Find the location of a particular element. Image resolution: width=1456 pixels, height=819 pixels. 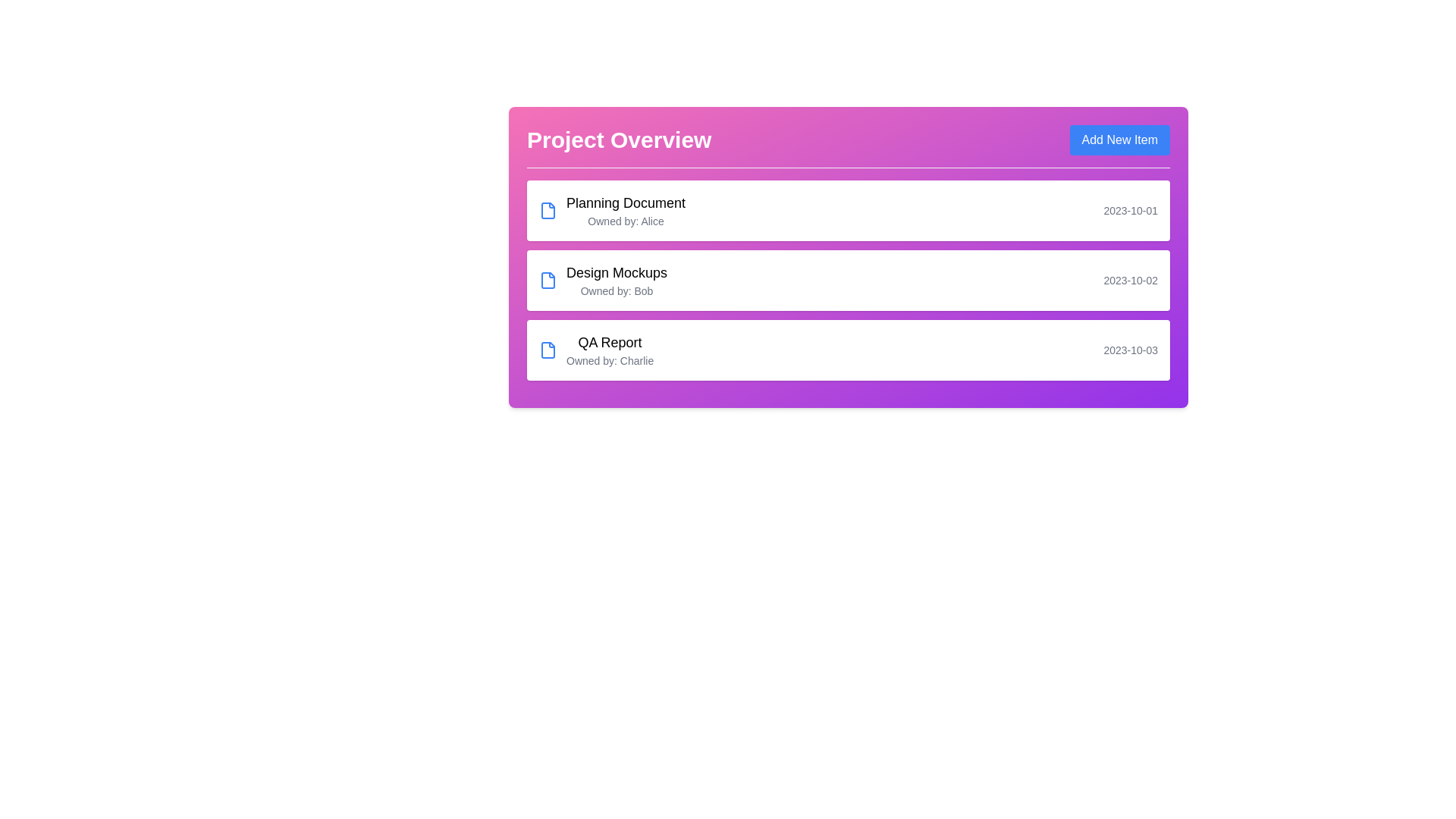

the static text element that displays 'Planning Document' and 'Owned by: Alice', located in the first card on the top-right section of the interface is located at coordinates (626, 210).